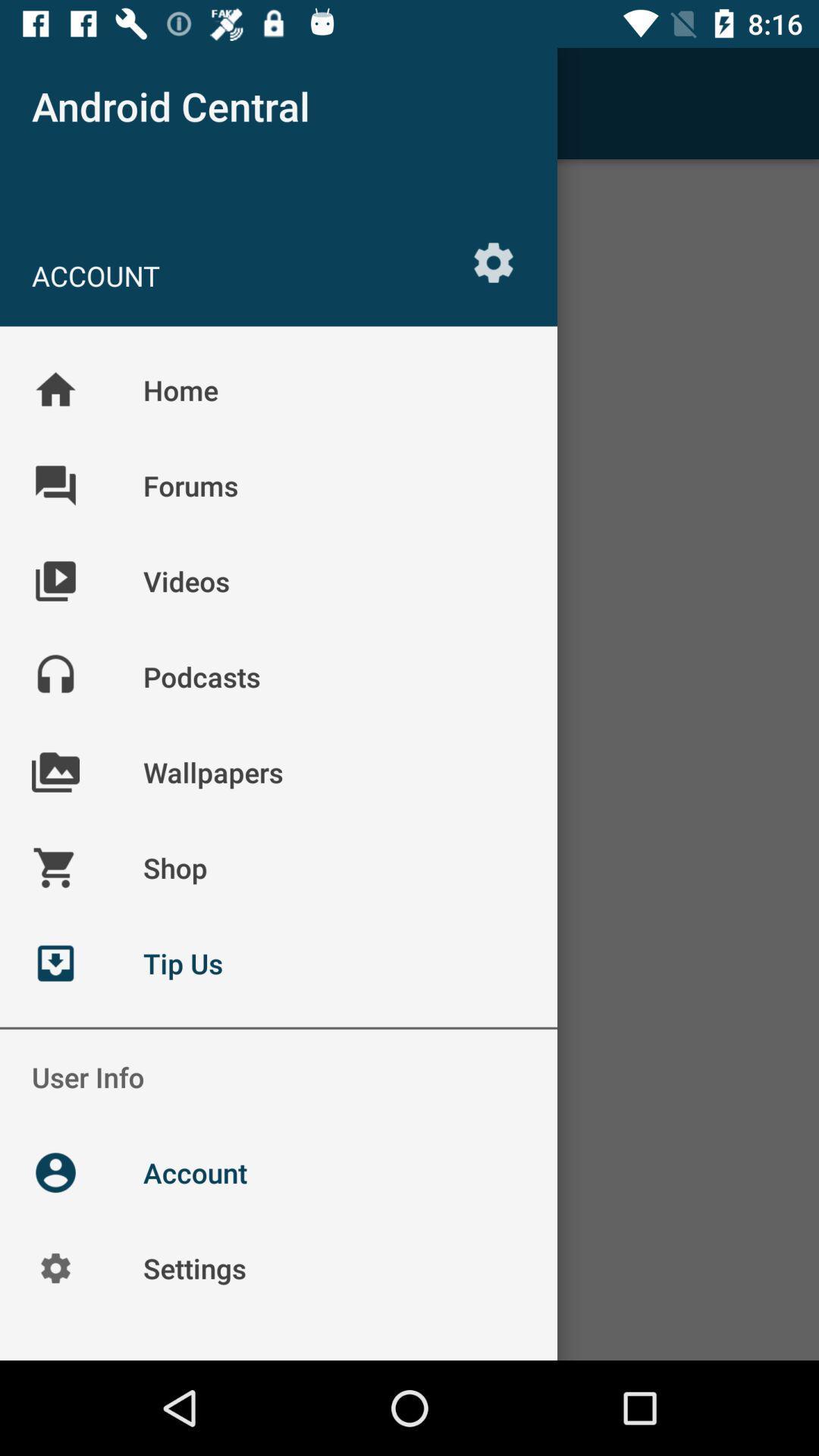  What do you see at coordinates (55, 102) in the screenshot?
I see `the item above account` at bounding box center [55, 102].